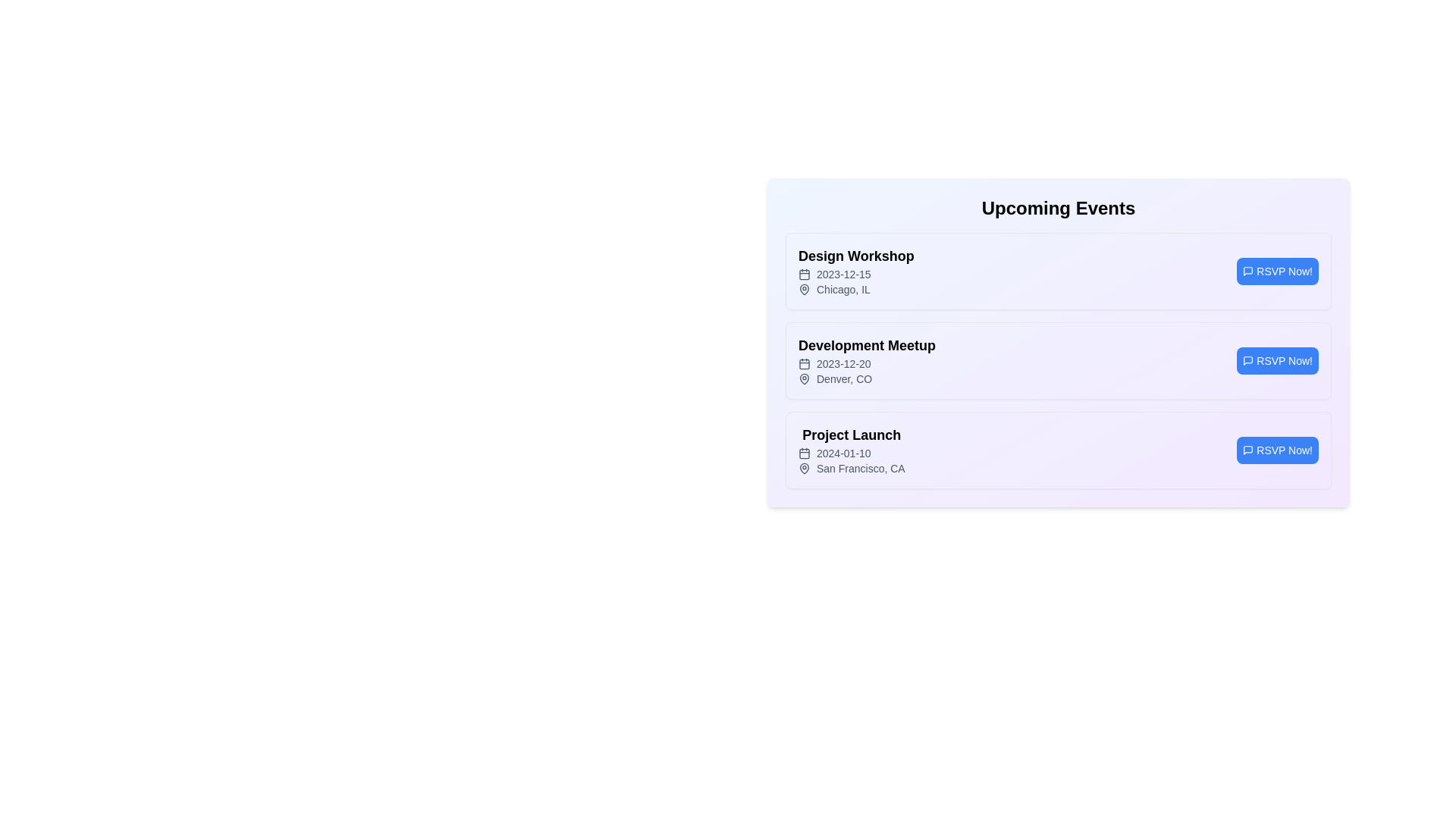  I want to click on the RSVP button for the event titled 'Design Workshop', so click(1277, 271).